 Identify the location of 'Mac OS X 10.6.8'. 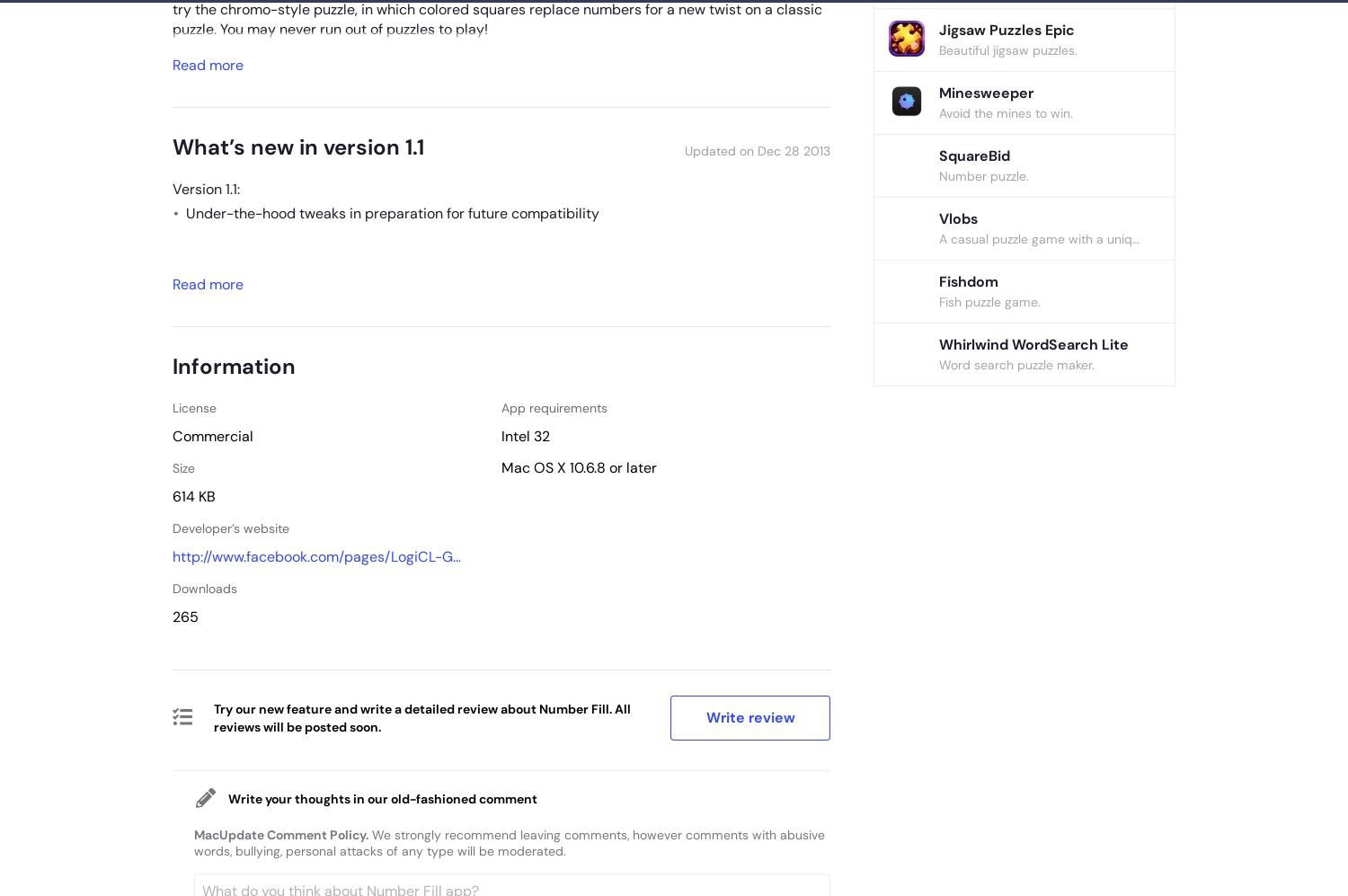
(501, 466).